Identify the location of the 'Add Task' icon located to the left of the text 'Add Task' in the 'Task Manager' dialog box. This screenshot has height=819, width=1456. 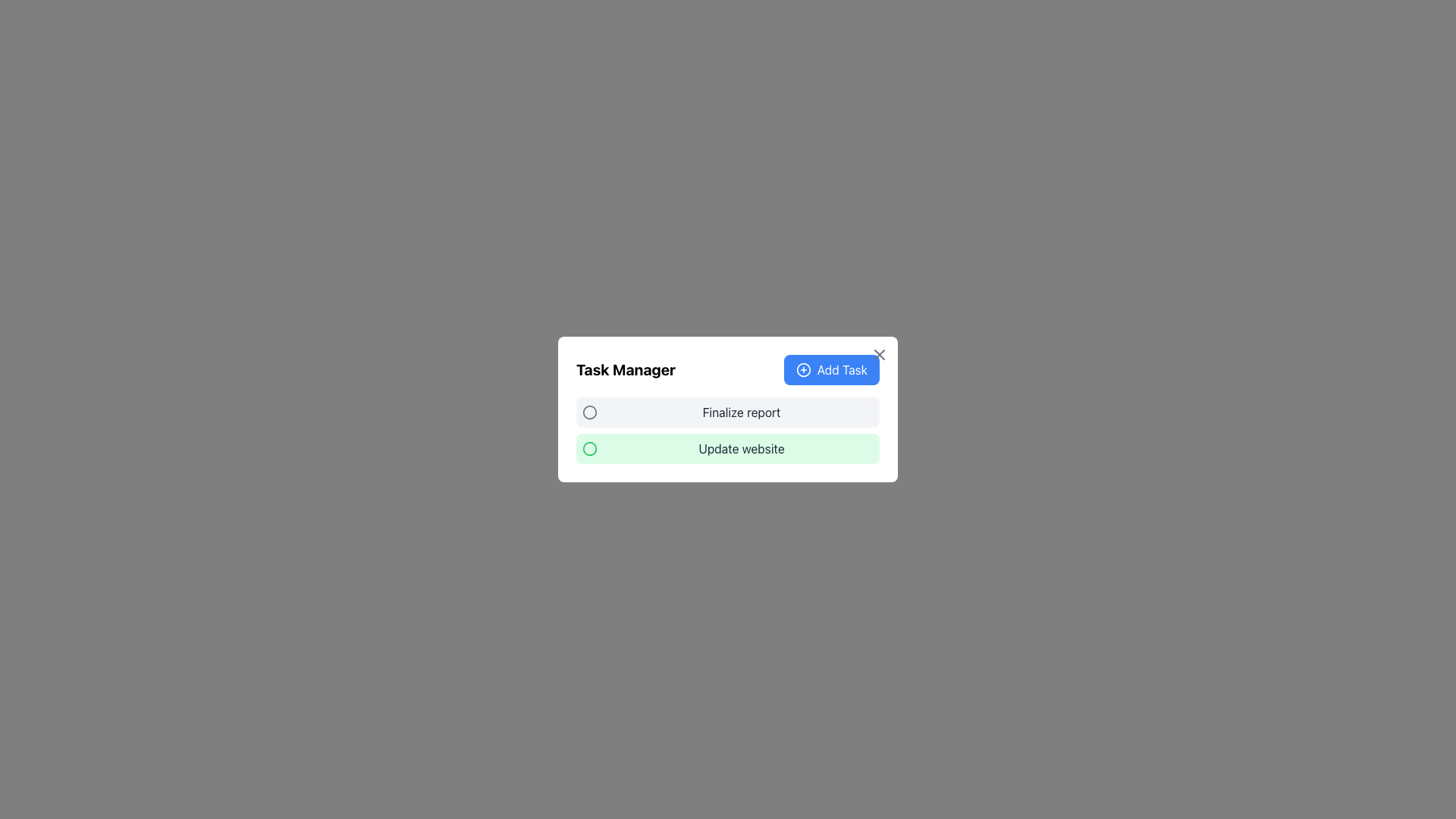
(802, 370).